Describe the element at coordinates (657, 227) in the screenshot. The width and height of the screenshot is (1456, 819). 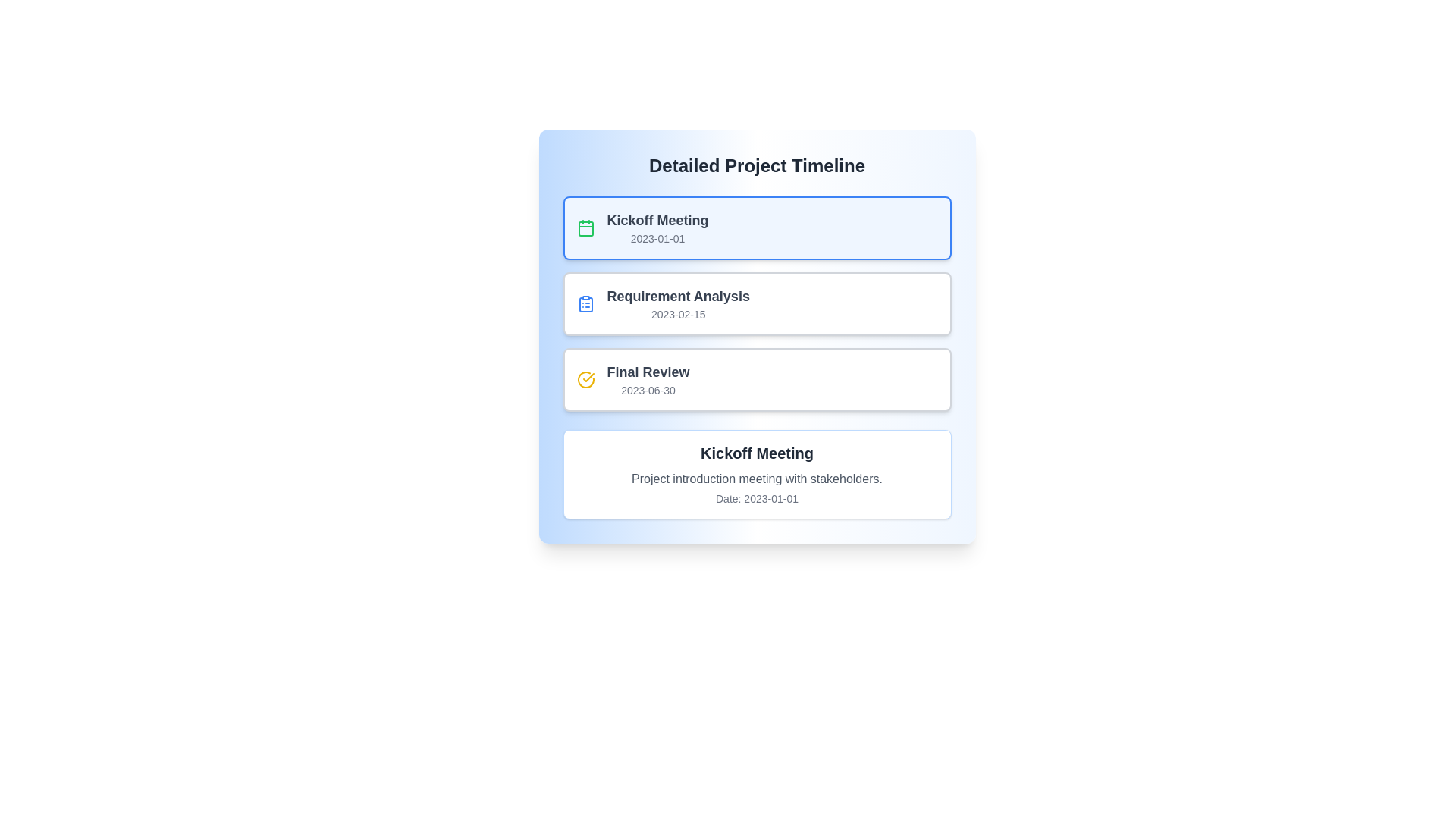
I see `text displayed in the 'Kickoff Meeting' title and '2023-01-01' subtitle located in the topmost card of a vertical list of similar cards` at that location.